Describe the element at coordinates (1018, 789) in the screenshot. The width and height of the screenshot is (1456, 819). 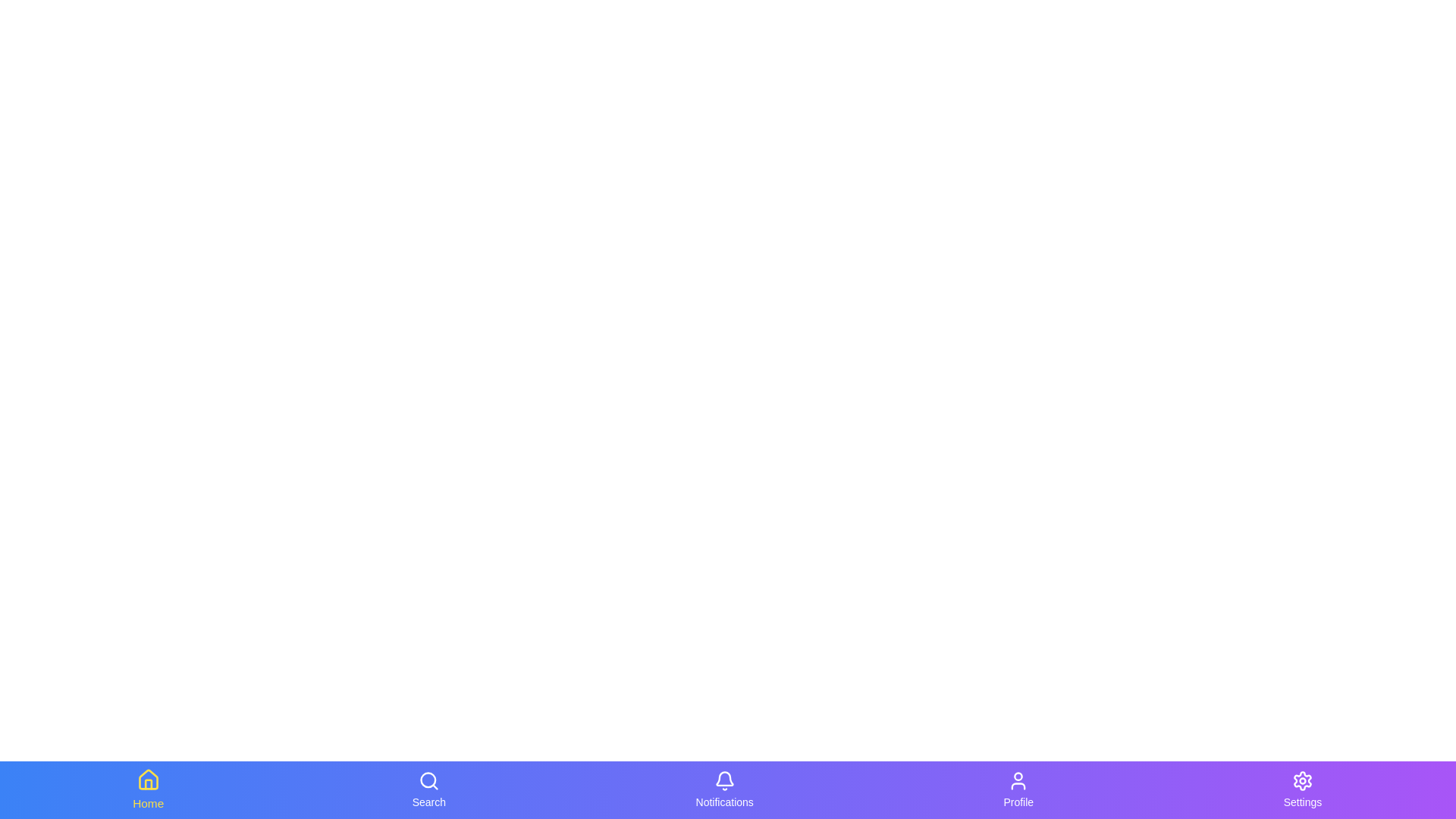
I see `the Profile navigation tab` at that location.